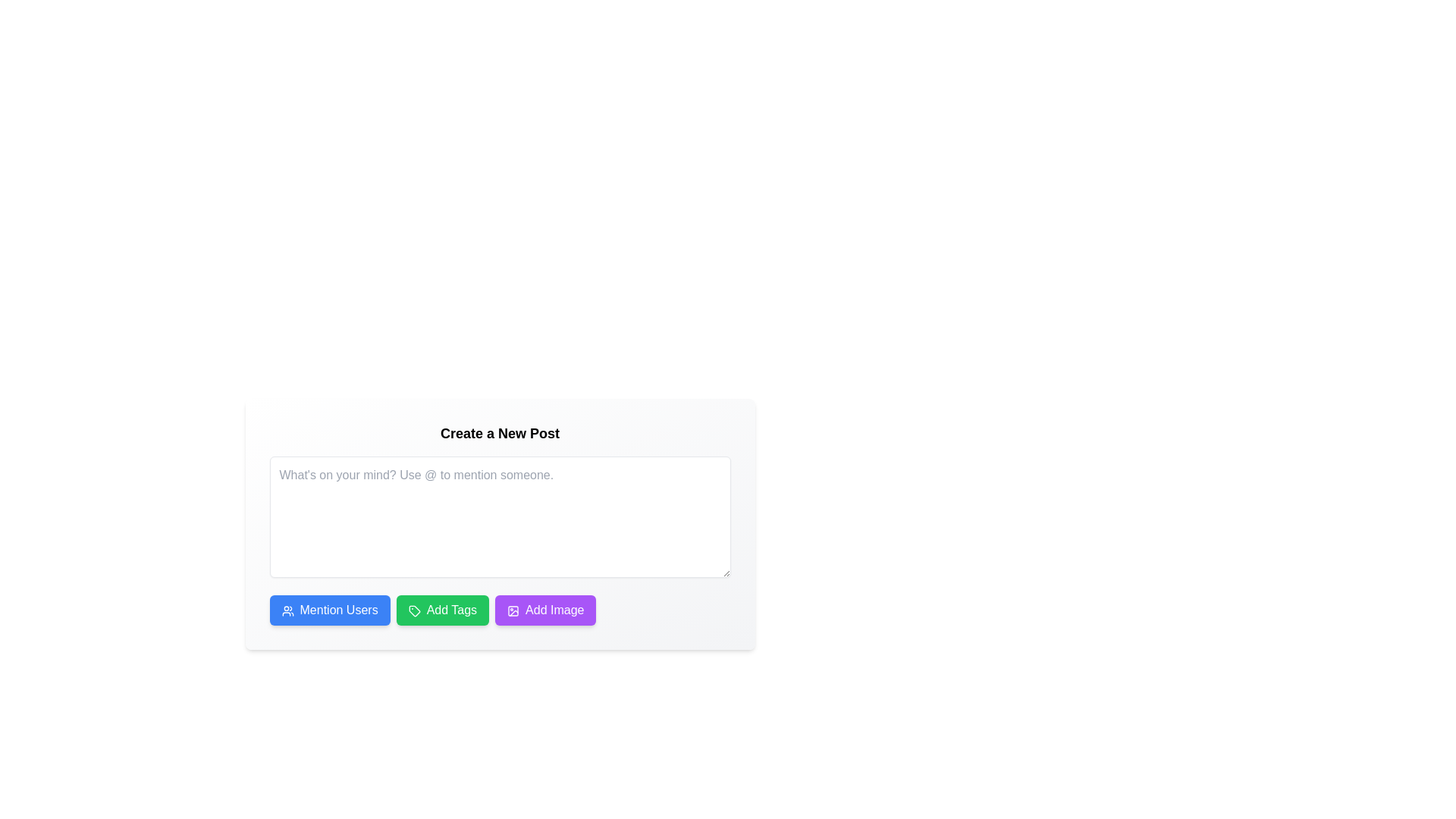 This screenshot has width=1456, height=819. Describe the element at coordinates (513, 610) in the screenshot. I see `the 'Add Image' button which is the third button in a row, visually indicated by a purple background and located at the bottom of the post creation form` at that location.